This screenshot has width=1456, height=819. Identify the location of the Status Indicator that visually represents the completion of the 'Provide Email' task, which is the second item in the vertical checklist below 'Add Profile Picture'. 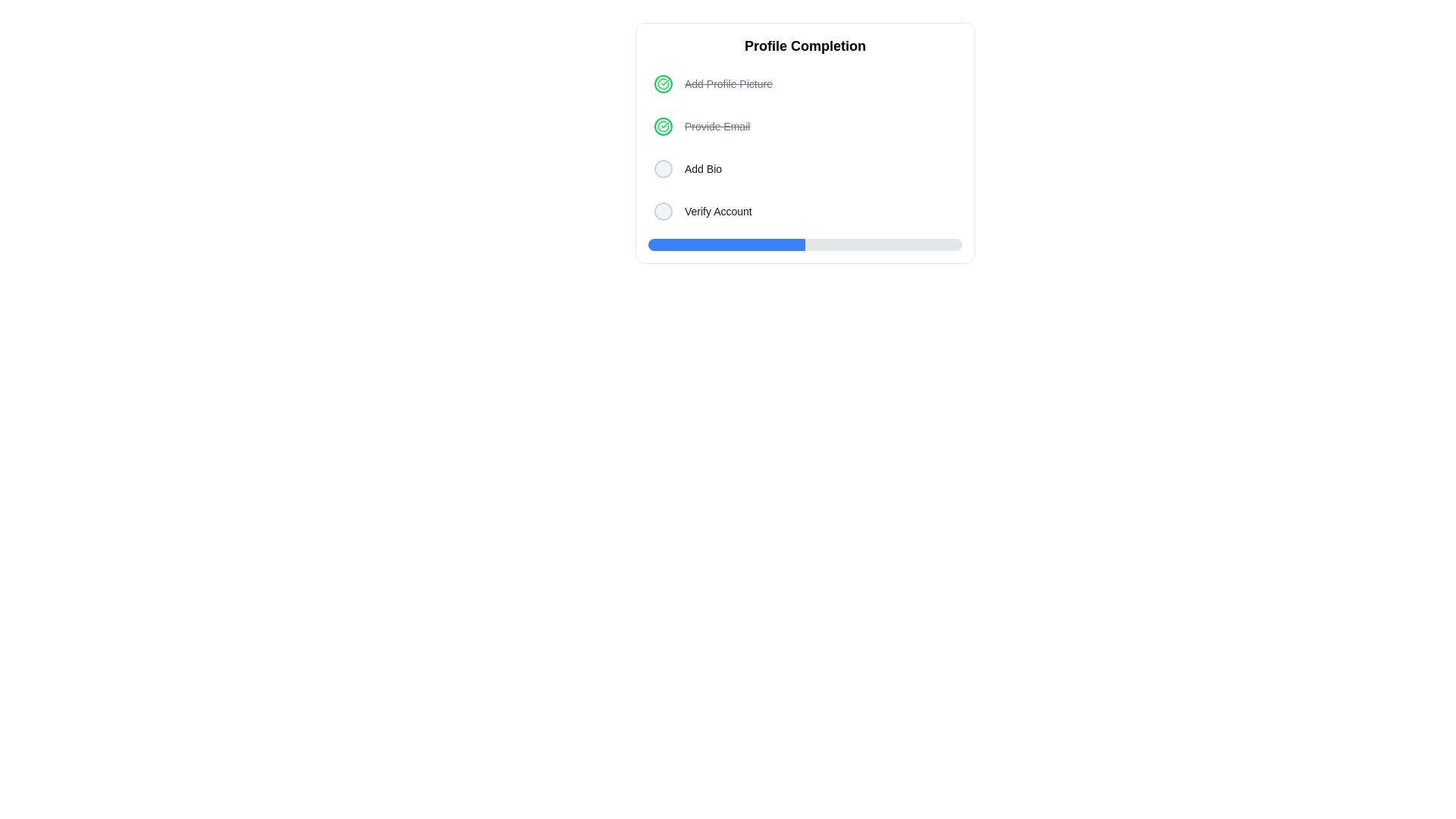
(663, 125).